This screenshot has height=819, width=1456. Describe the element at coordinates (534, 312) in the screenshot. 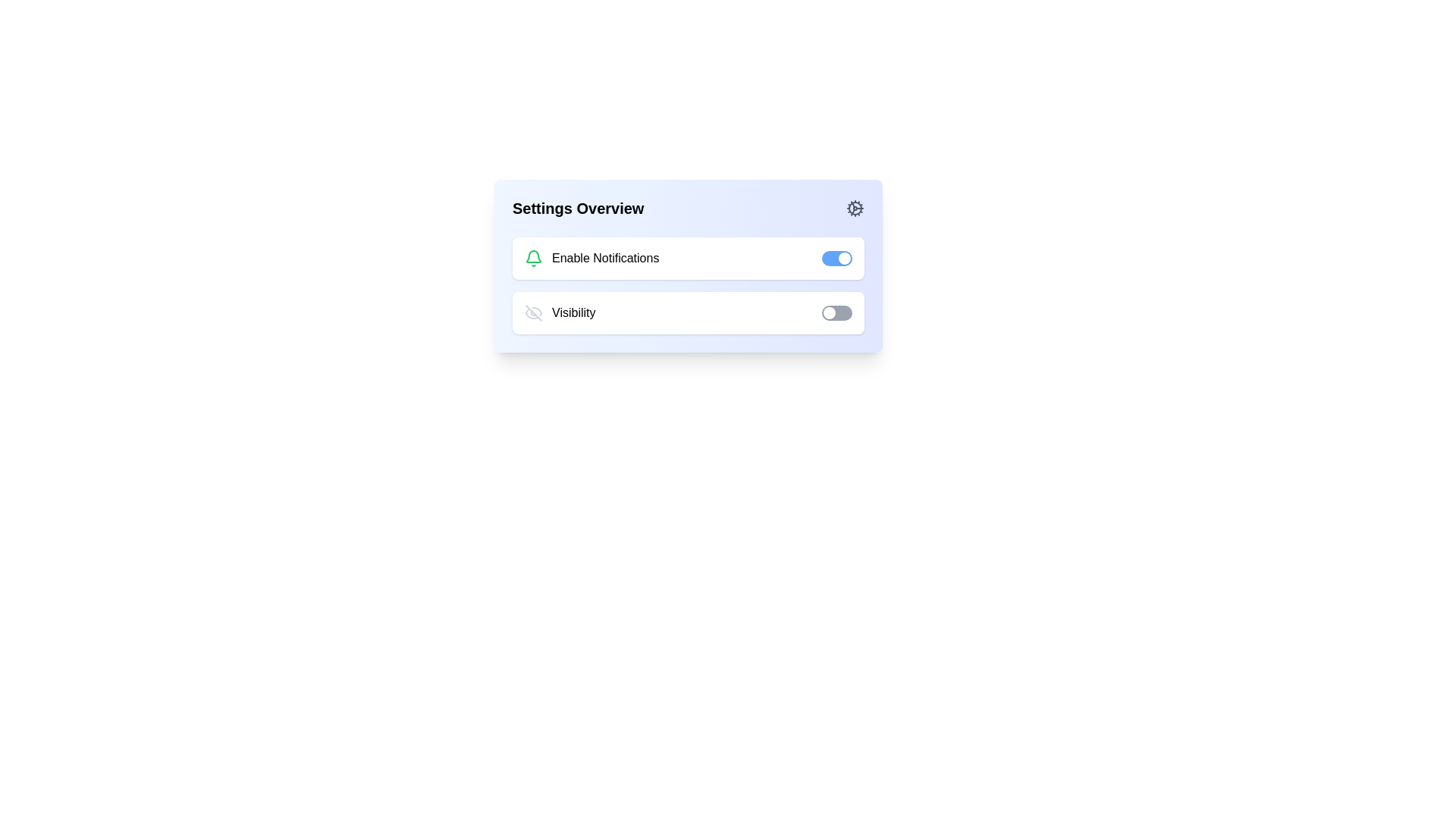

I see `the visibility toggle icon located in the second setting row of the settings panel` at that location.